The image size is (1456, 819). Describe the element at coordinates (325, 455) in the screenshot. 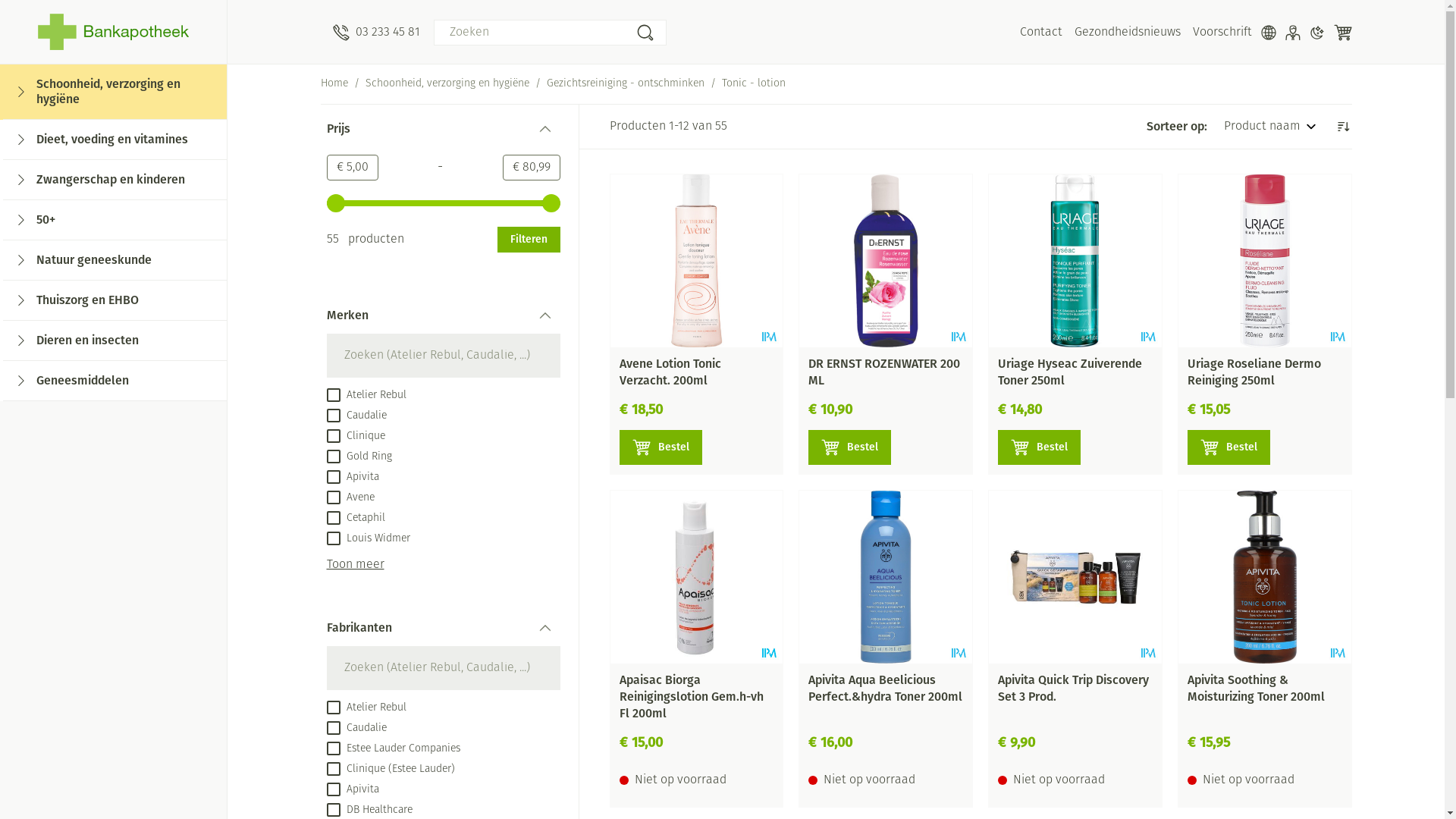

I see `'Gold Ring'` at that location.